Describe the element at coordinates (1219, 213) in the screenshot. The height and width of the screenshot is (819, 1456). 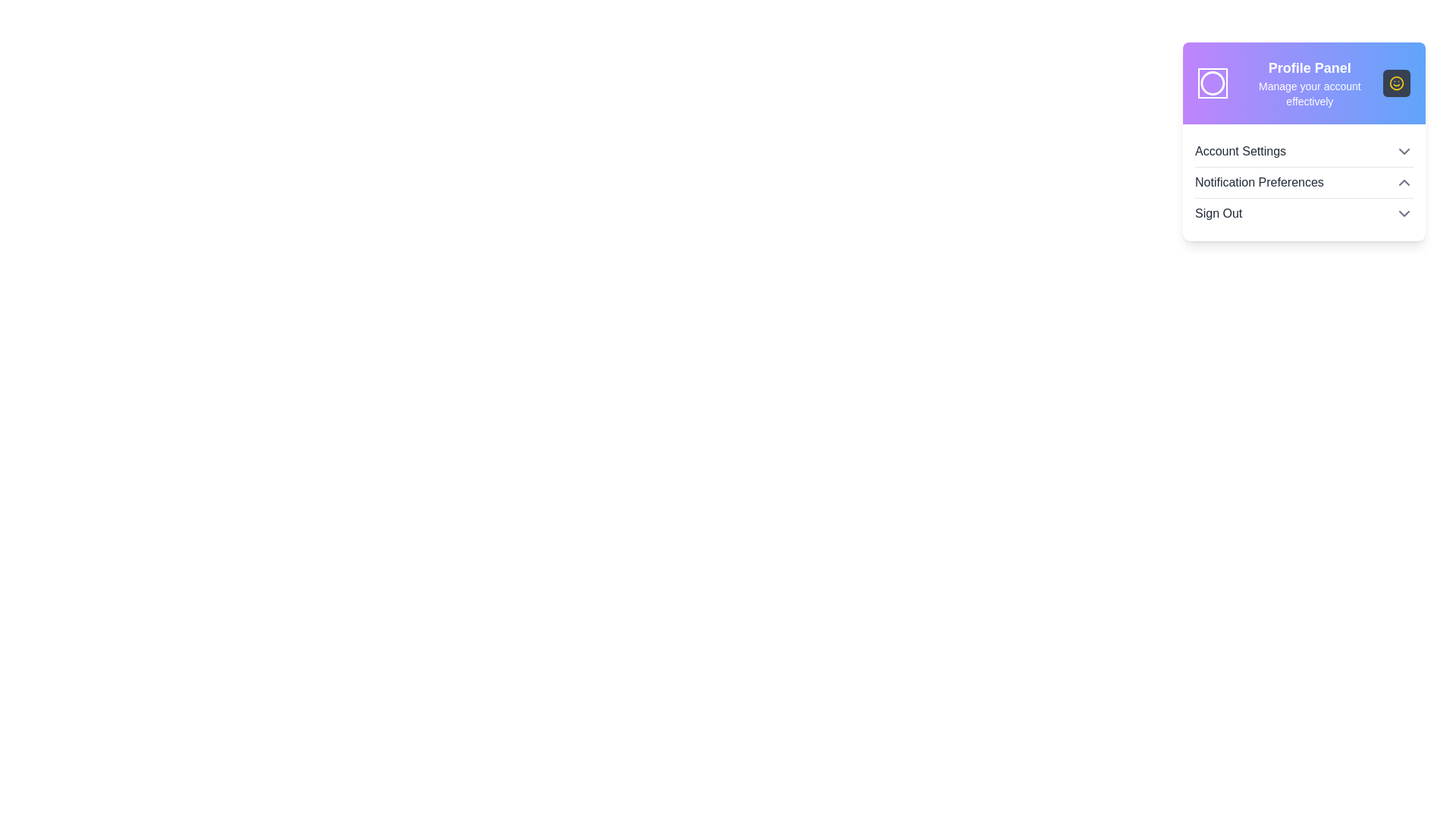
I see `the 'Sign Out' text link located at the bottom of the dropdown menu in the profile panel to initiate sign-out` at that location.